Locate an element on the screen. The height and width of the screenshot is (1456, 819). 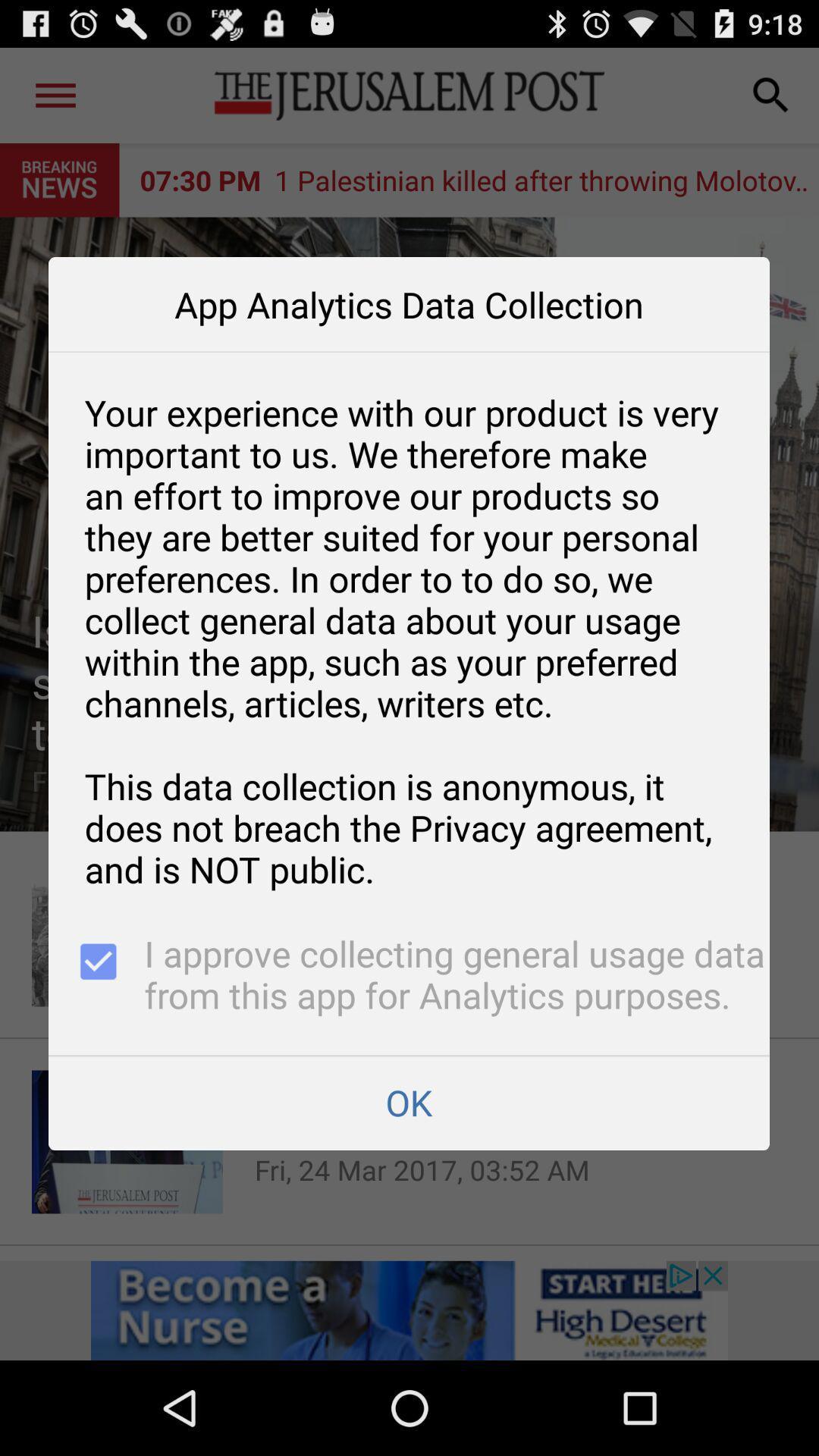
the item above ok is located at coordinates (96, 977).